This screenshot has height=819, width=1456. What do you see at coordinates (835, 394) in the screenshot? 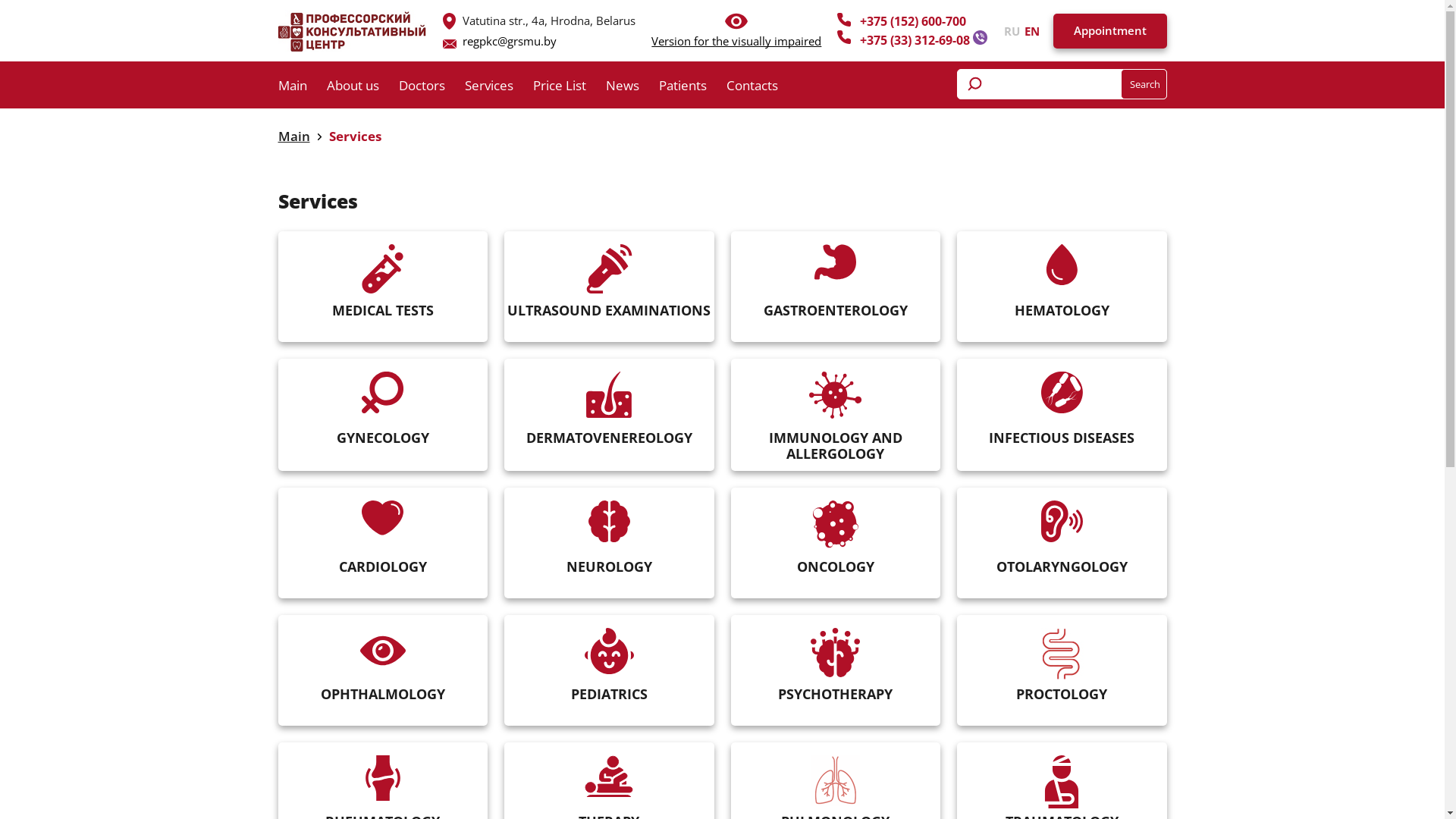
I see `'Immunology and allergology'` at bounding box center [835, 394].